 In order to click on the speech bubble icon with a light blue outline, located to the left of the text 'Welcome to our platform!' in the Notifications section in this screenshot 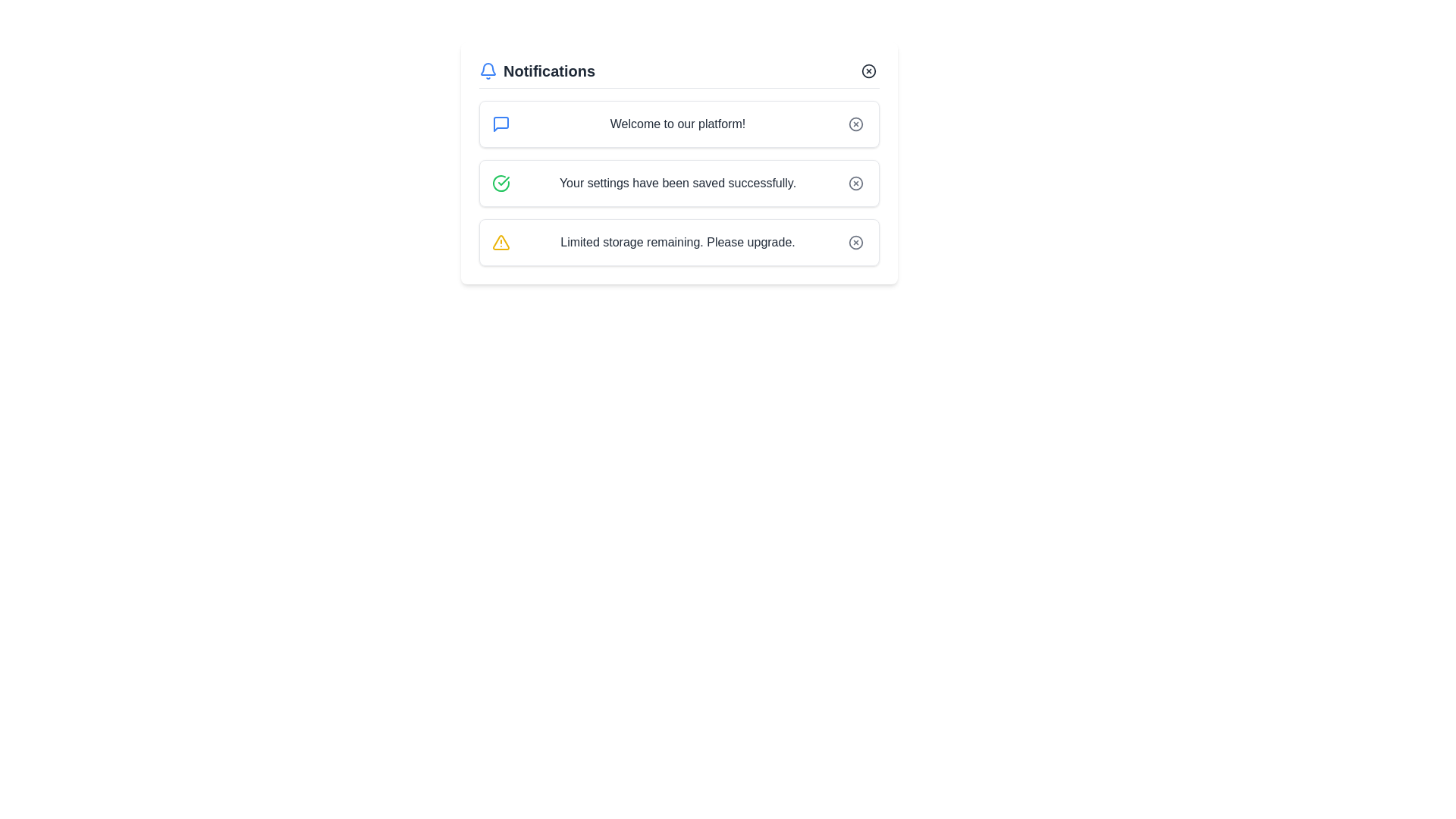, I will do `click(501, 124)`.